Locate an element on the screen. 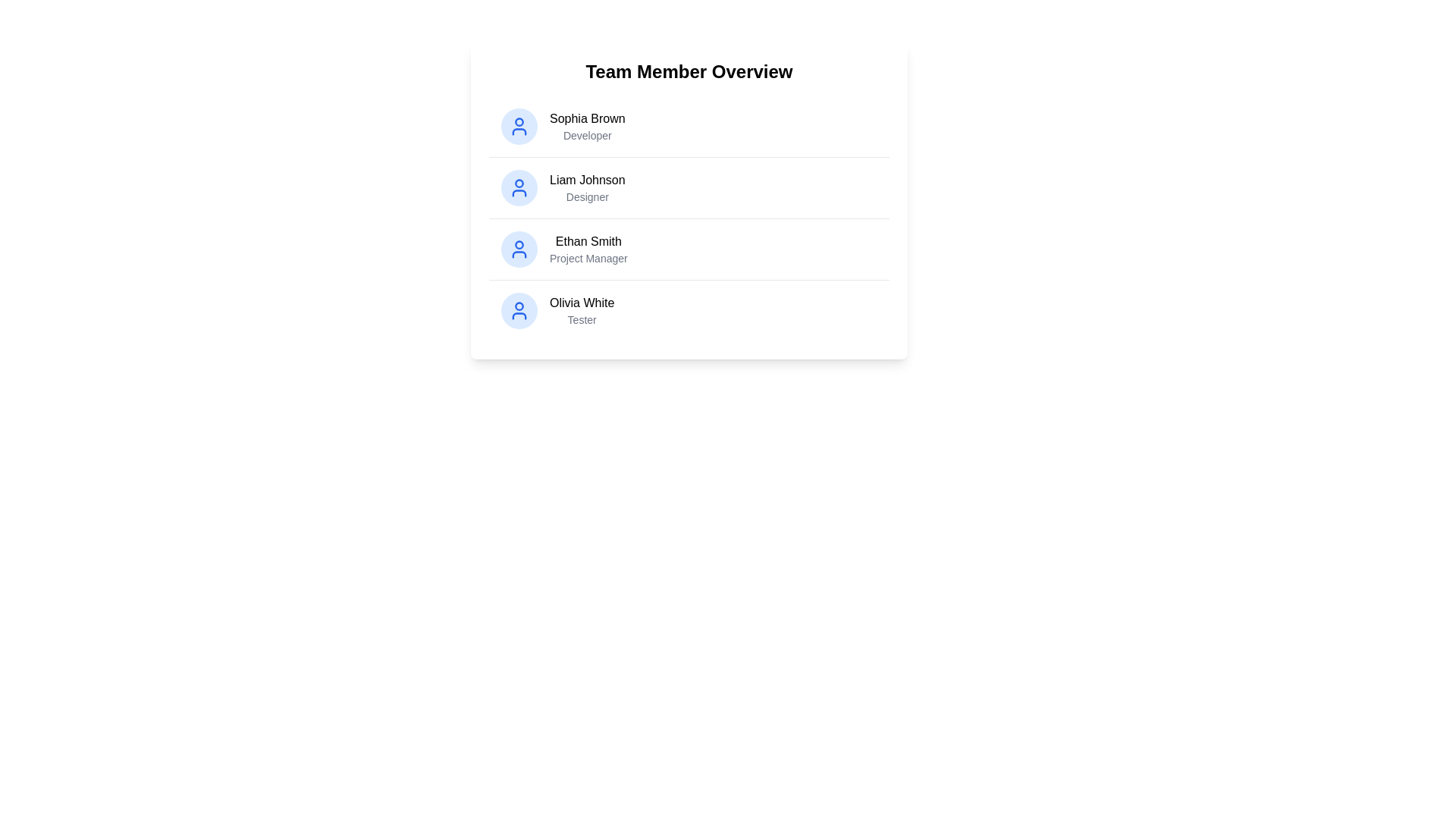 The image size is (1456, 819). the text label reading 'Ethan Smith', which is the main name field for the profile located in the third position of a vertically-stacked list of profiles is located at coordinates (588, 241).